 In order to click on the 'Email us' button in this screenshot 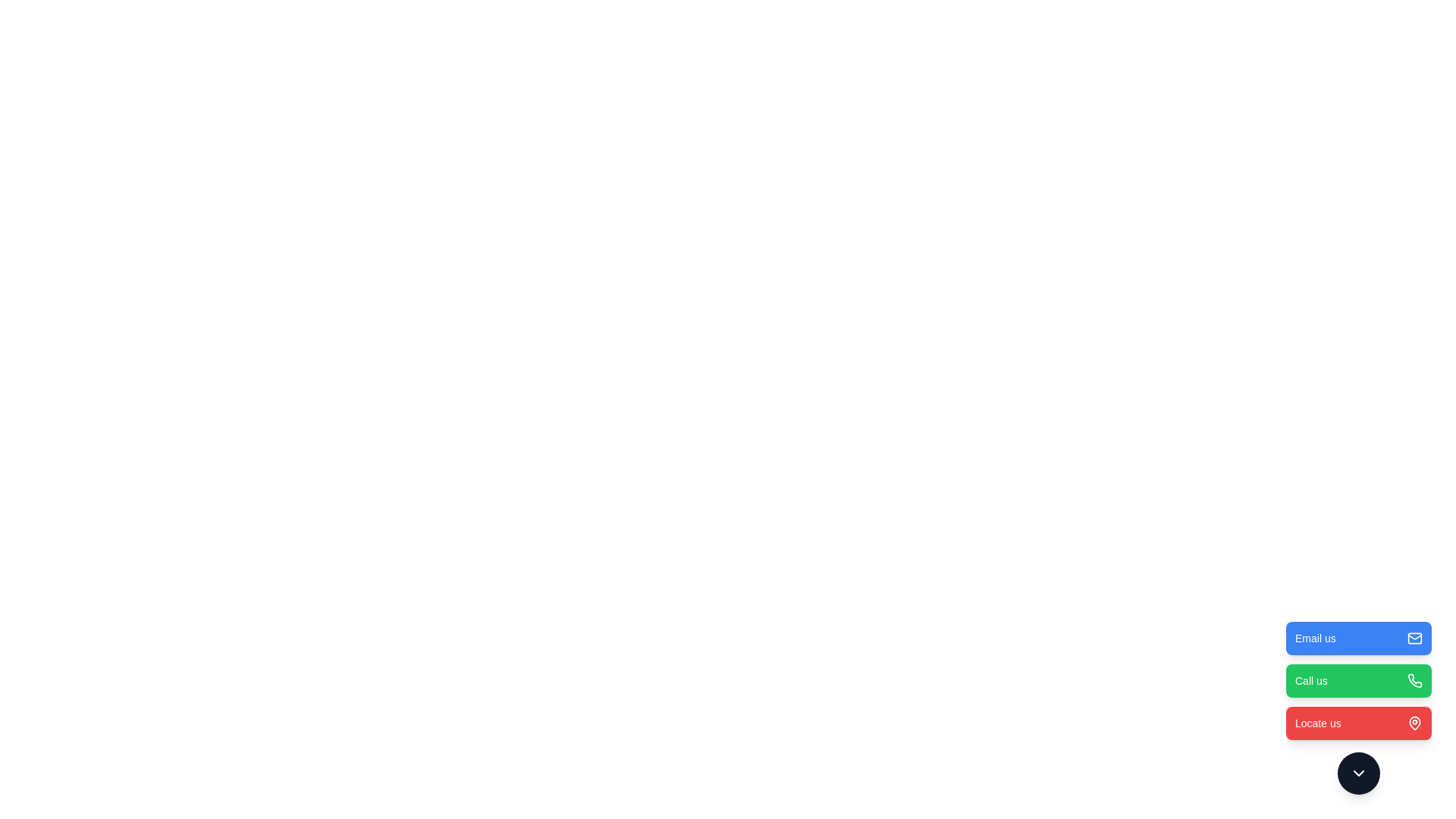, I will do `click(1358, 638)`.